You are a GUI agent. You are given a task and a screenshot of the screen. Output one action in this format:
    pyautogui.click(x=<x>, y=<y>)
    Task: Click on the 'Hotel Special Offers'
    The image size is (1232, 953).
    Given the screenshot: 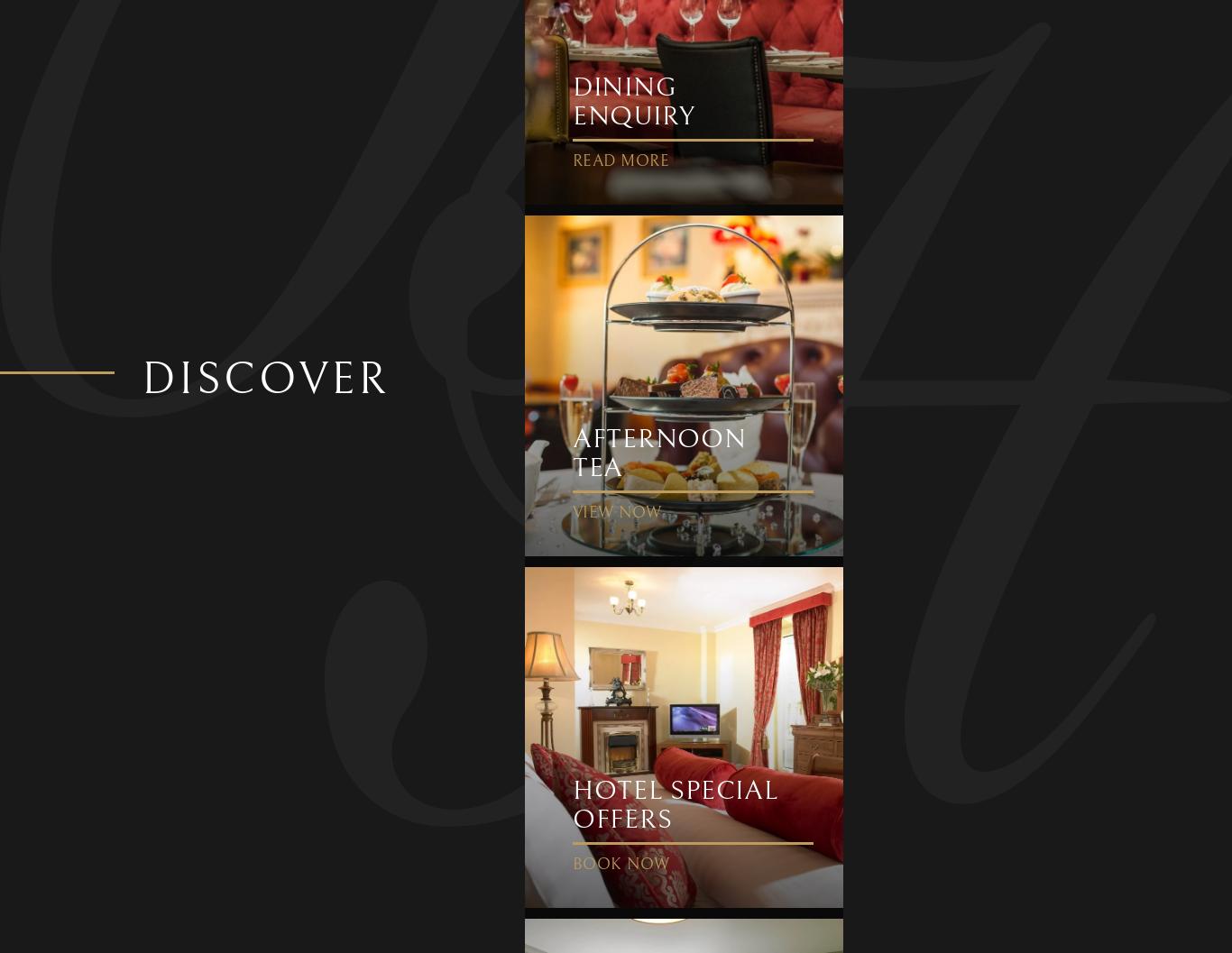 What is the action you would take?
    pyautogui.click(x=570, y=803)
    